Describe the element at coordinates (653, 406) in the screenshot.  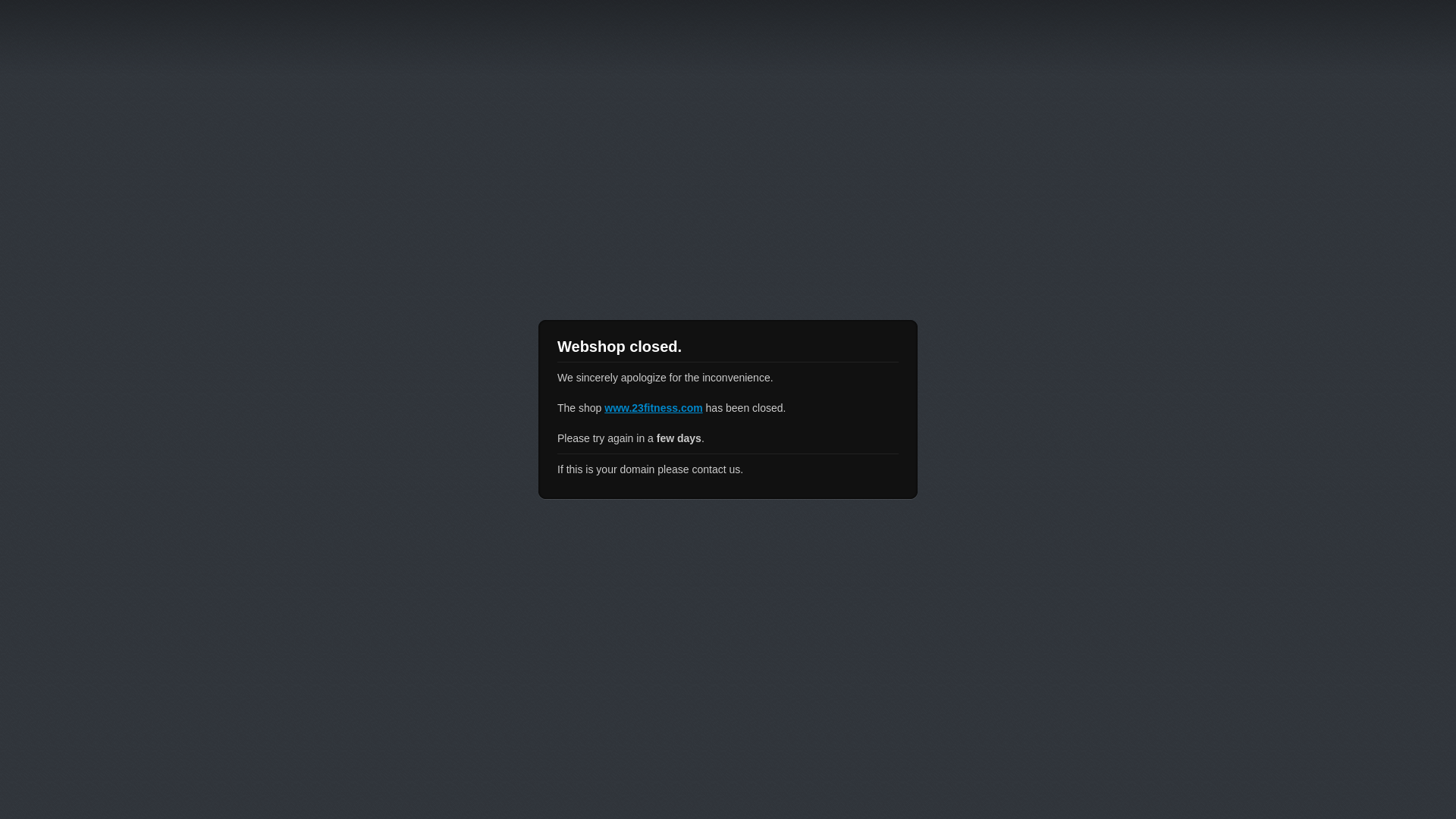
I see `'www.23fitness.com'` at that location.